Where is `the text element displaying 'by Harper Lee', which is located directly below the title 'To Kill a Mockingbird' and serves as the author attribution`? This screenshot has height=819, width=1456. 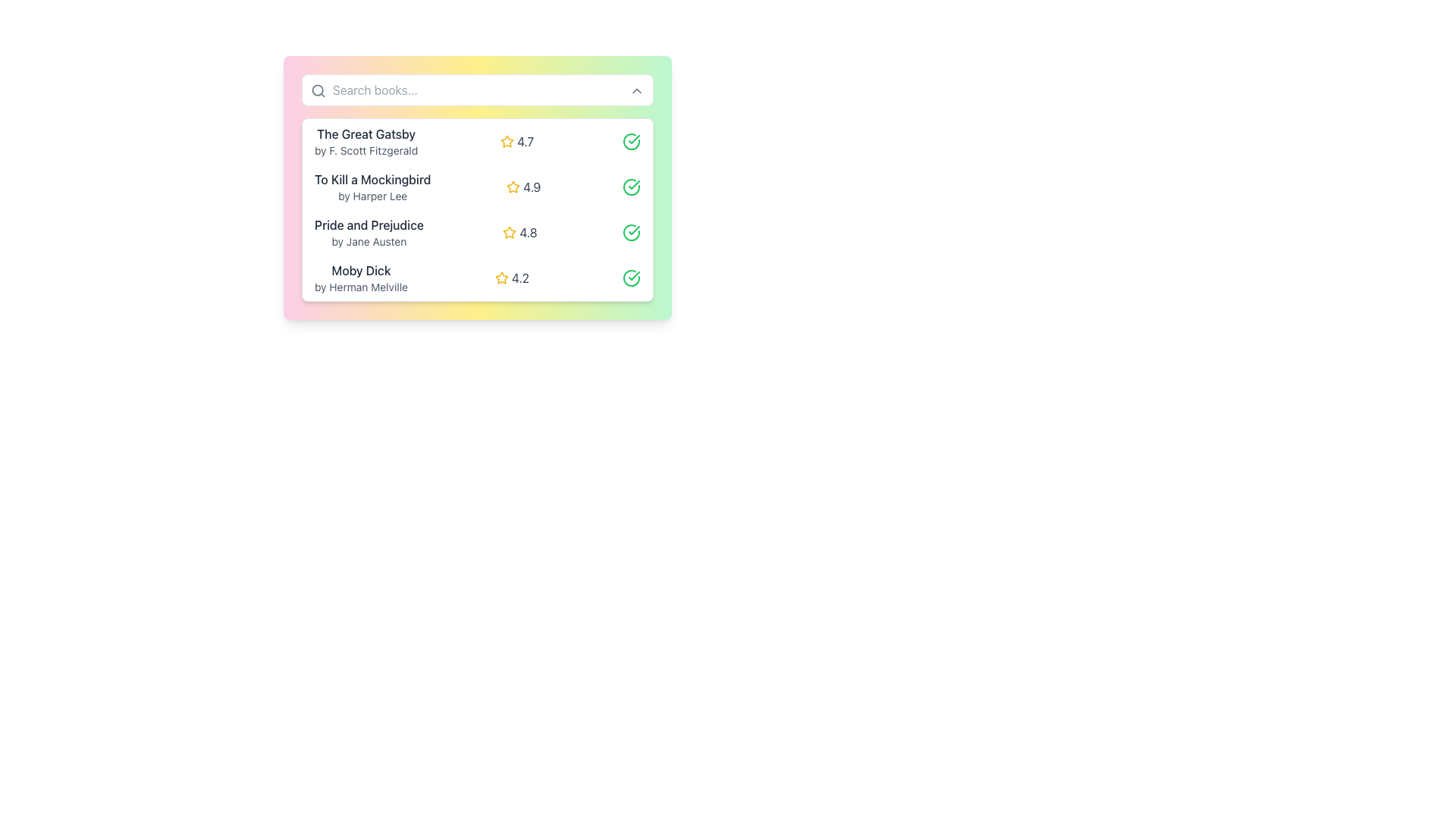
the text element displaying 'by Harper Lee', which is located directly below the title 'To Kill a Mockingbird' and serves as the author attribution is located at coordinates (372, 195).